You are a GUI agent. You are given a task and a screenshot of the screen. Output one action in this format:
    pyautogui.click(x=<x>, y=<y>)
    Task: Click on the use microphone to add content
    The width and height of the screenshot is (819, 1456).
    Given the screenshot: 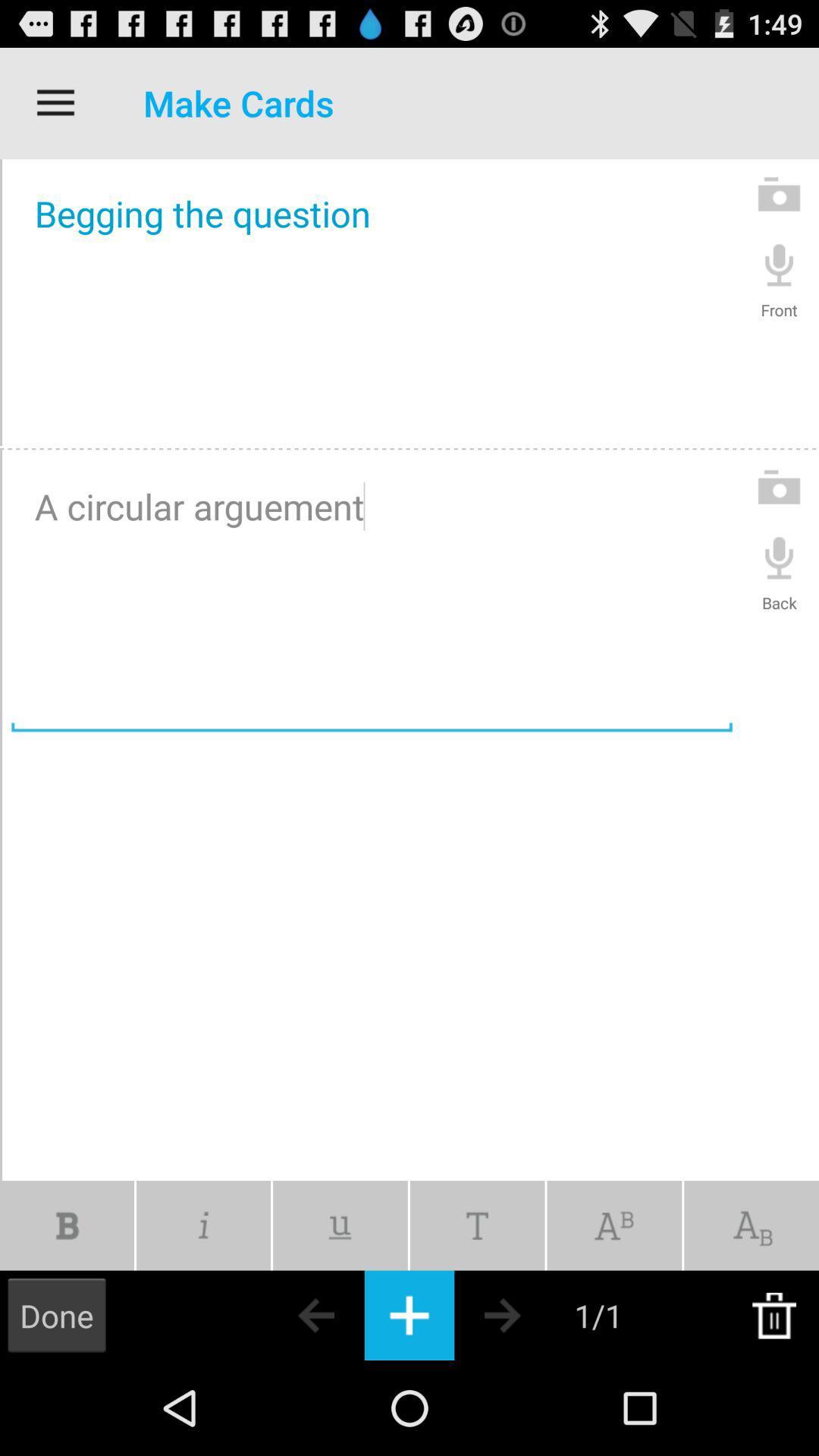 What is the action you would take?
    pyautogui.click(x=779, y=556)
    